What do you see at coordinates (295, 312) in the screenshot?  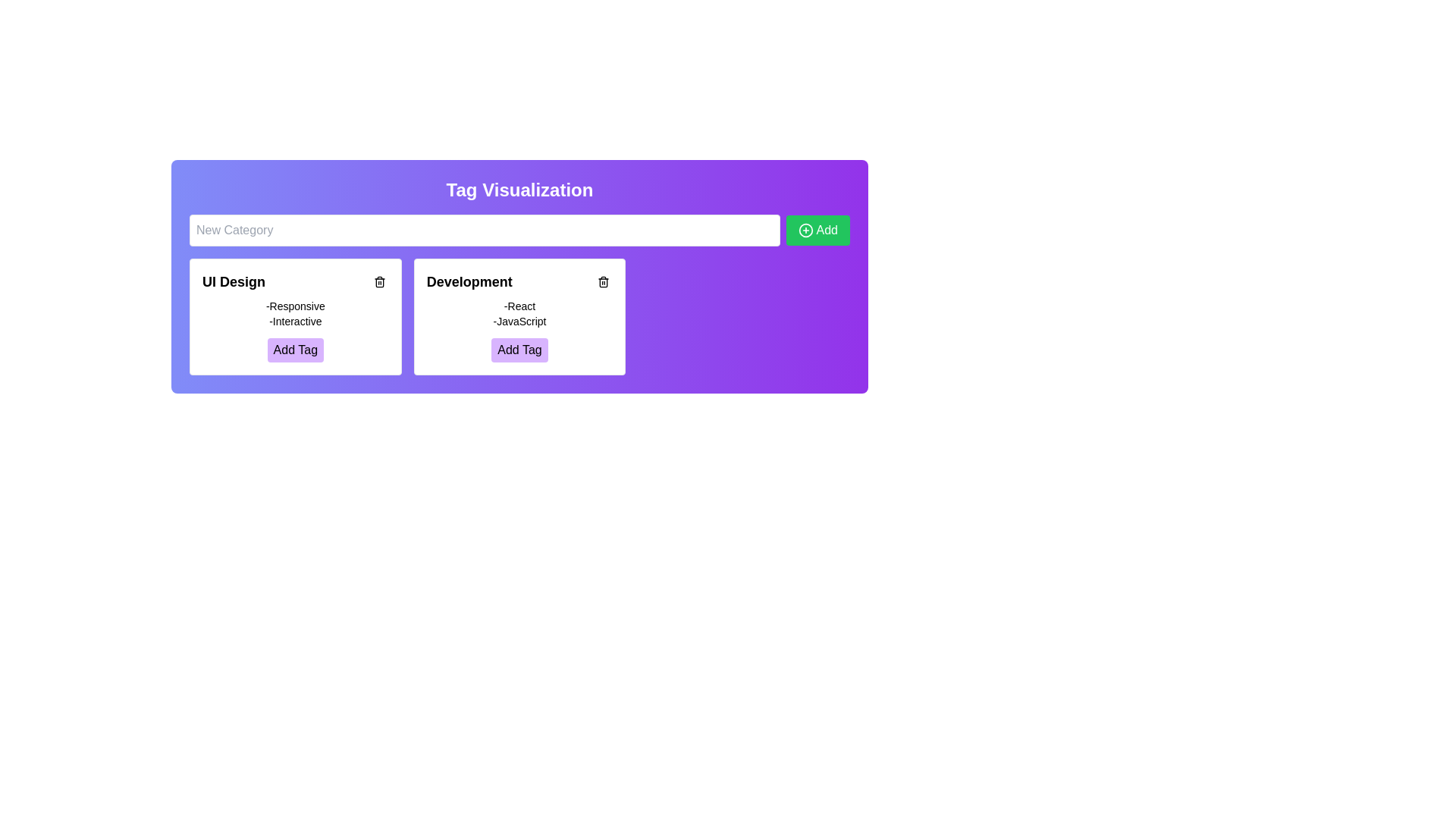 I see `the static text section that displays descriptive labels or categories related to 'UI Design', which is located within the 'UI Design' card and above the 'Add Tag' button` at bounding box center [295, 312].